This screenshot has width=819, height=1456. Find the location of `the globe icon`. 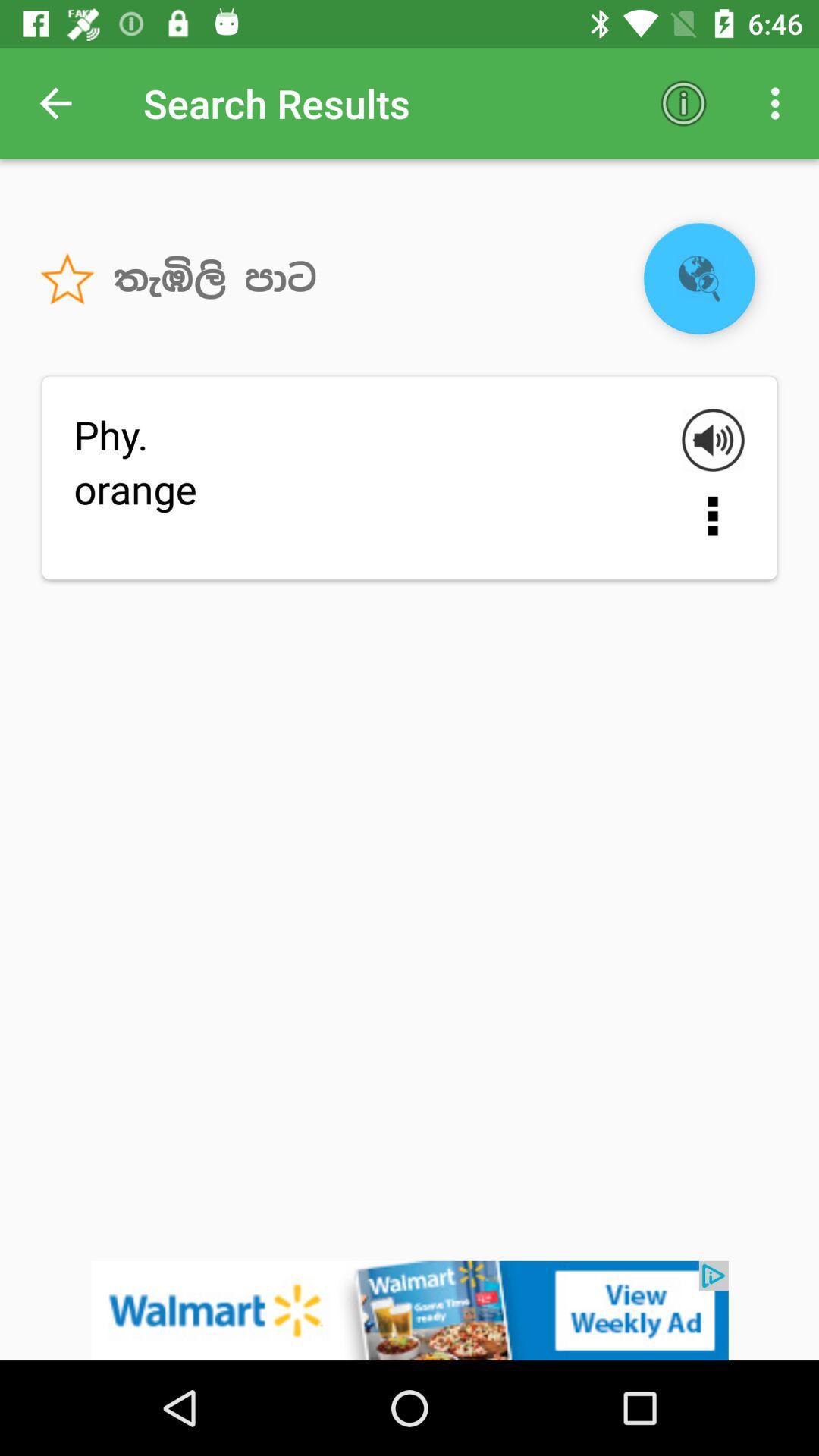

the globe icon is located at coordinates (699, 278).